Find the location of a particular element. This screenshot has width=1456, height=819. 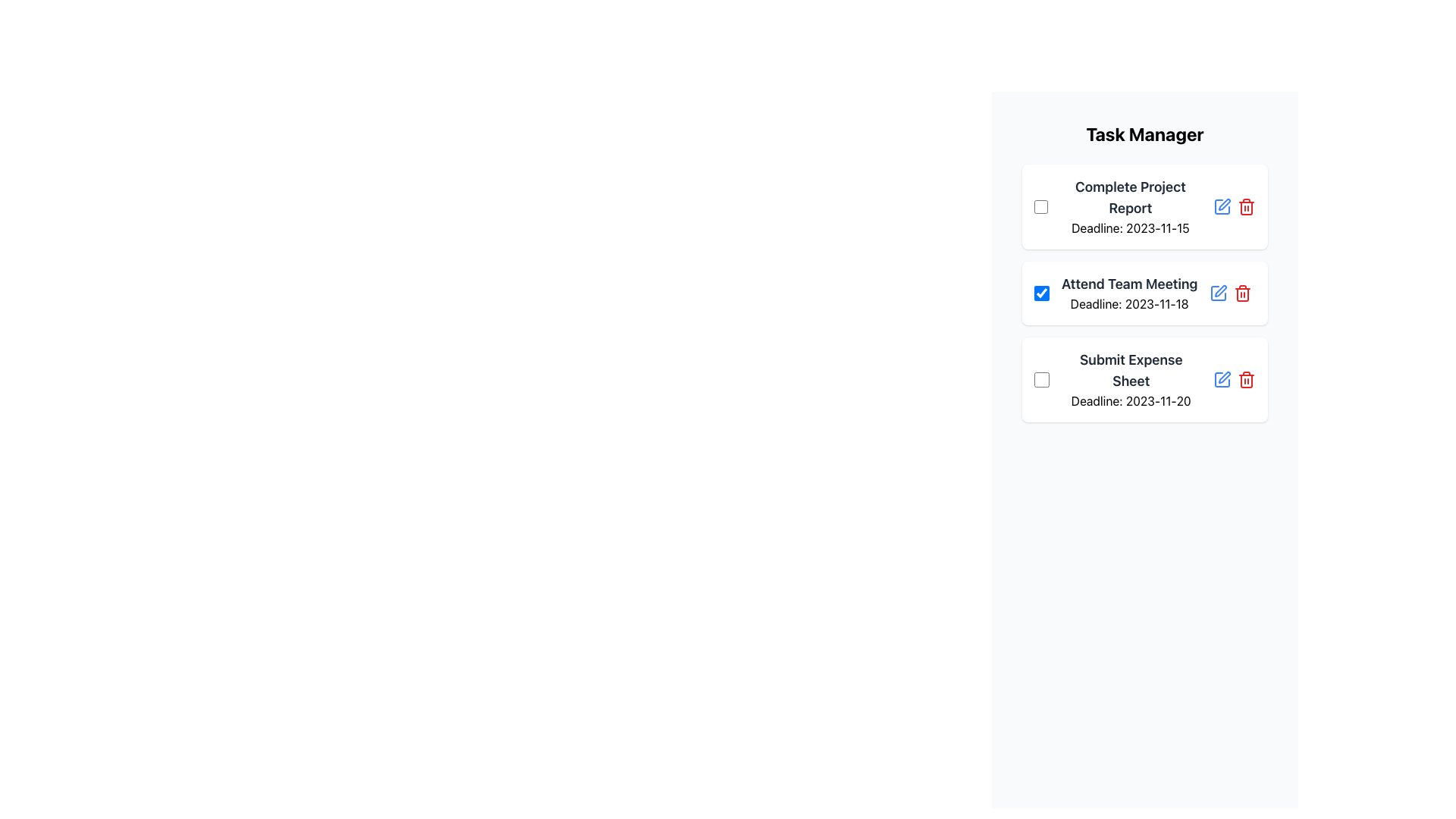

the red trash can icon button that symbolizes delete action, located at the right end of the 'Attend Team Meeting' task card is located at coordinates (1243, 293).